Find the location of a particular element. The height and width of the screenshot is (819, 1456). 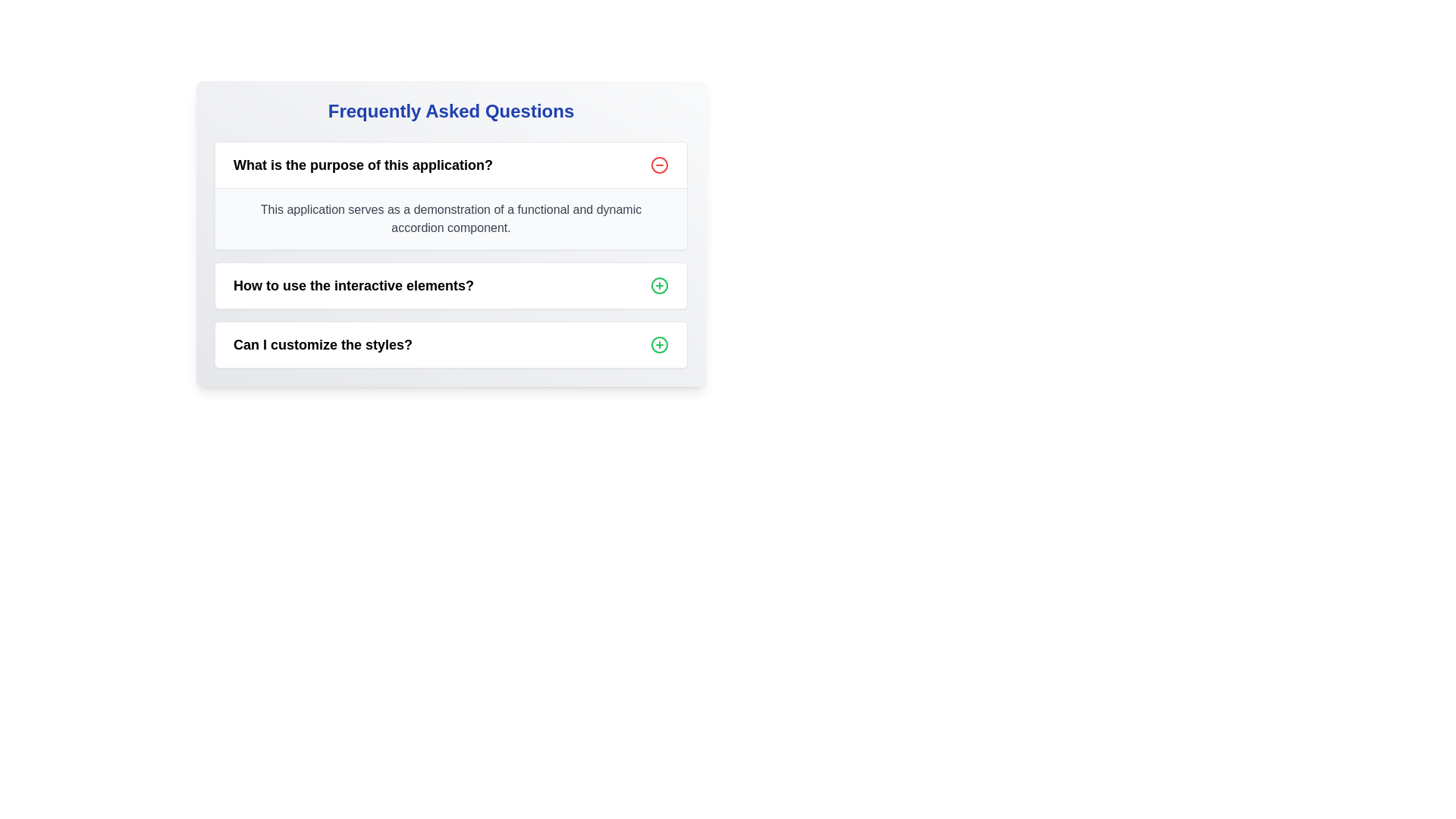

the question in the Collapsible Section located beneath the 'Frequently Asked Questions' title is located at coordinates (450, 234).